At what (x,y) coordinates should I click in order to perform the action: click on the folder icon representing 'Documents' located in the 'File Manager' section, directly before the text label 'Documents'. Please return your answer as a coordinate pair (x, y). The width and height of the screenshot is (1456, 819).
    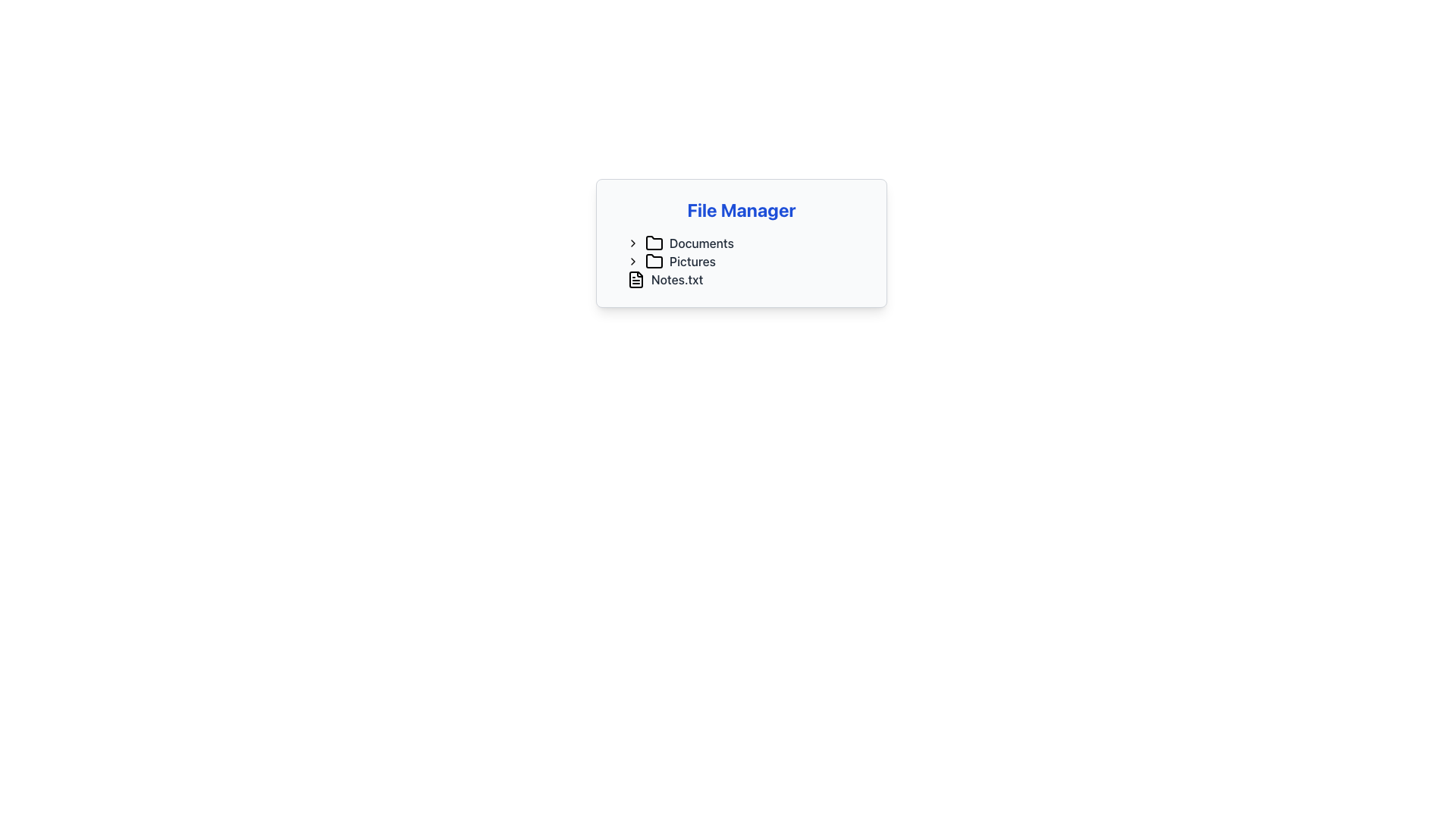
    Looking at the image, I should click on (654, 242).